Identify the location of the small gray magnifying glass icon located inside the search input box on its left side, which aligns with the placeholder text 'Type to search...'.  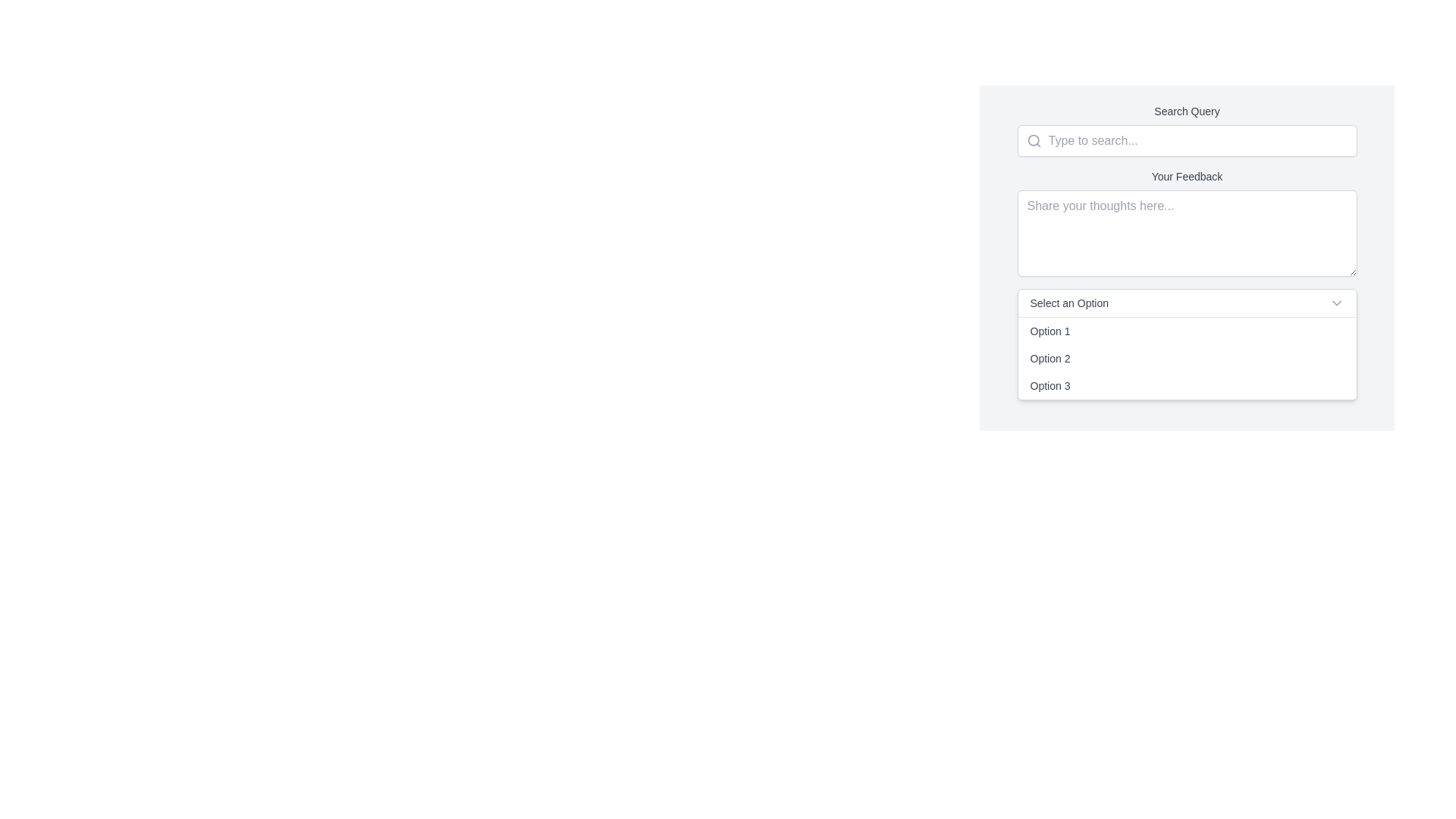
(1029, 140).